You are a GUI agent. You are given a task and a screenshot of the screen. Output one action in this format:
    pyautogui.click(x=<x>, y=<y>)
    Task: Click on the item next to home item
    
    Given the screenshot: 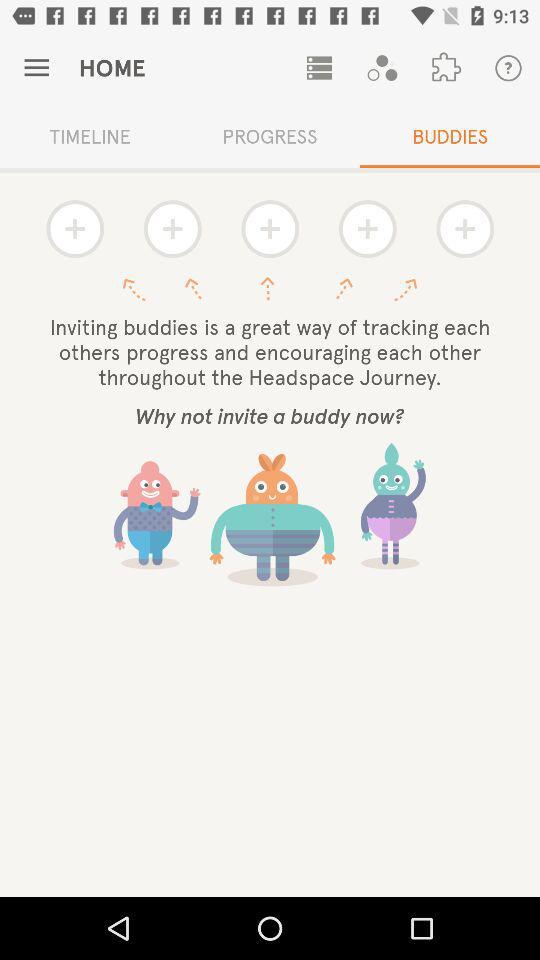 What is the action you would take?
    pyautogui.click(x=319, y=68)
    